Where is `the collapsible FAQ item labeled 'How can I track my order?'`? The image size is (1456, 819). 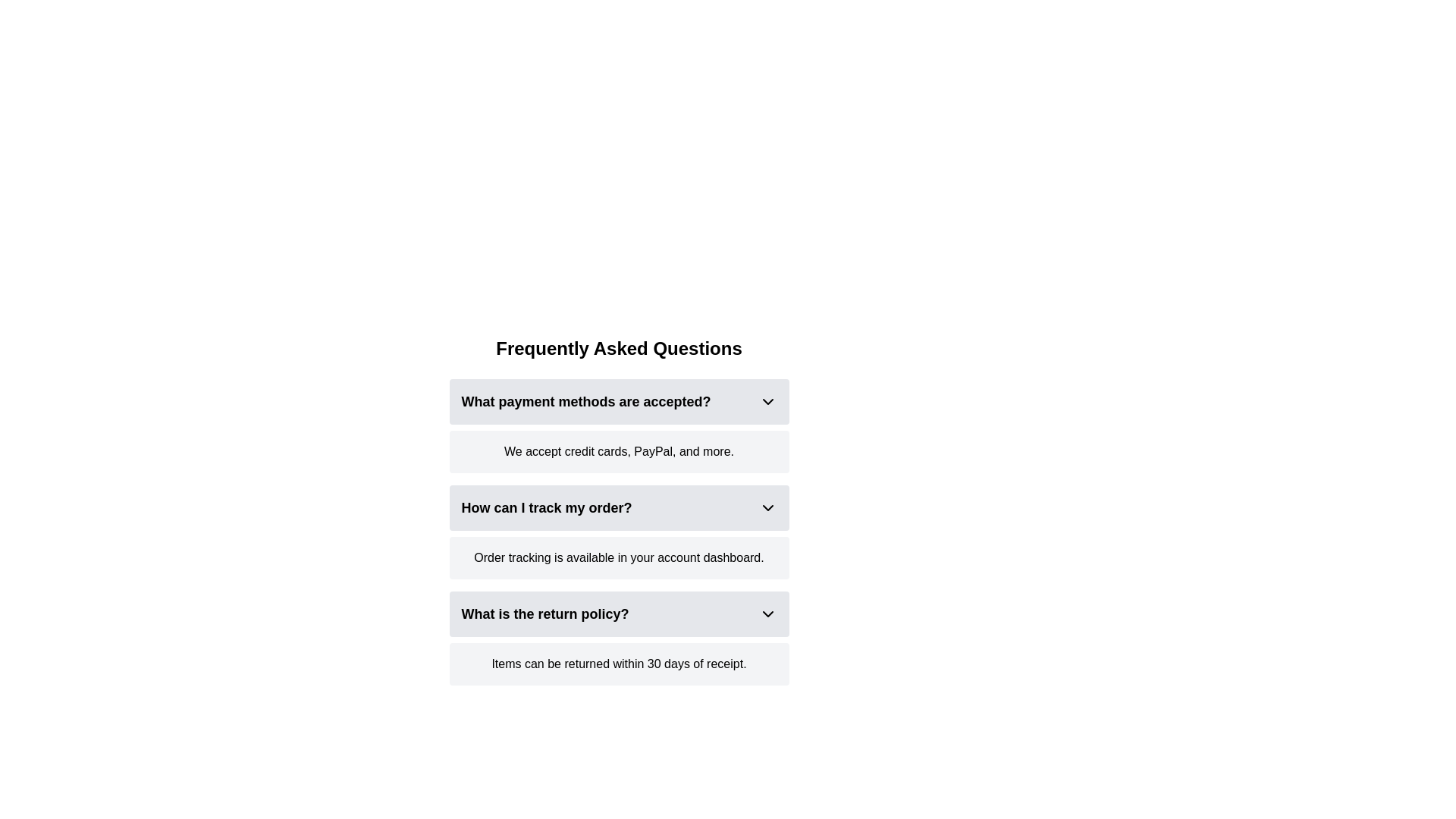
the collapsible FAQ item labeled 'How can I track my order?' is located at coordinates (619, 511).